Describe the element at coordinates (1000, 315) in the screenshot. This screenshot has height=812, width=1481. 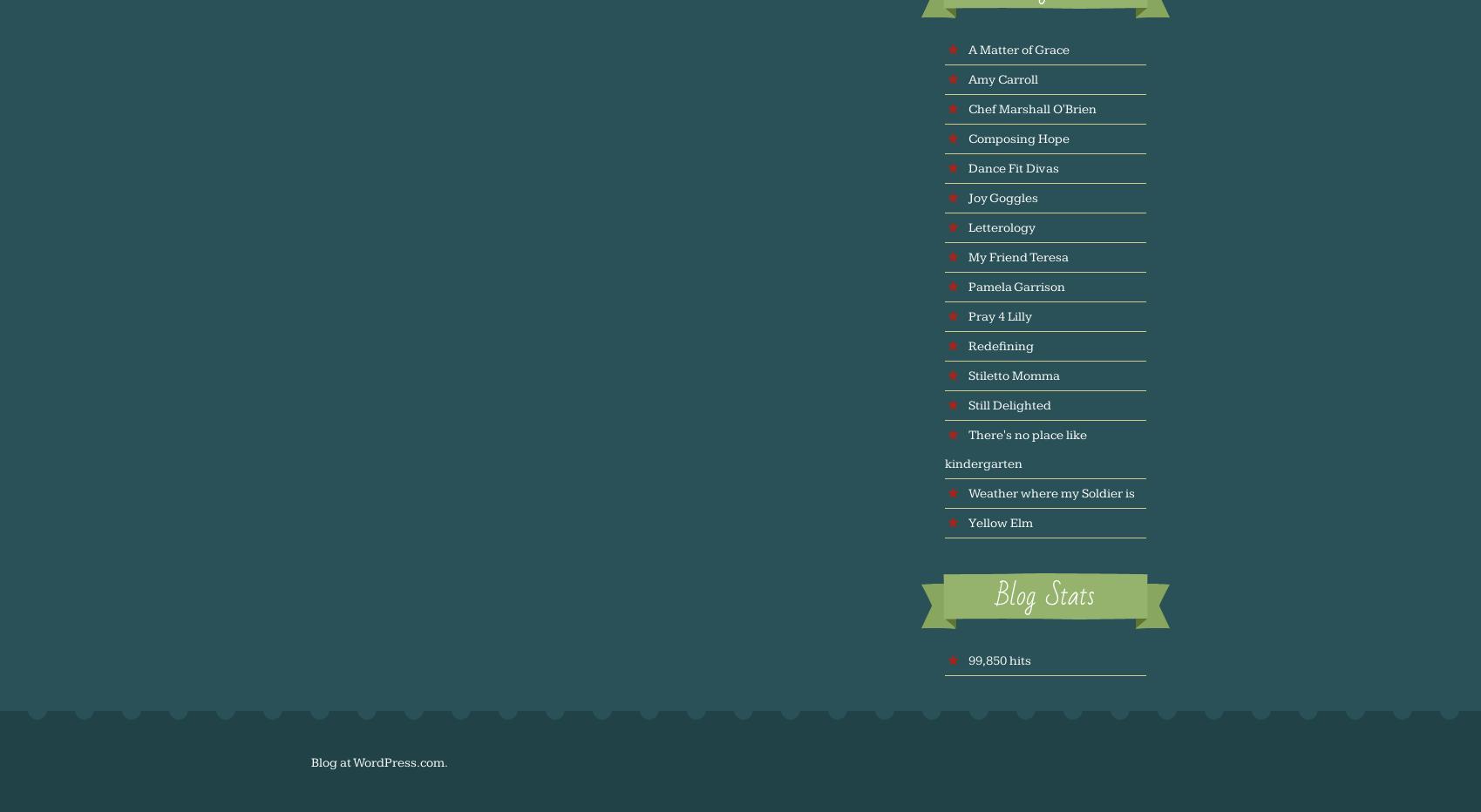
I see `'Pray 4 Lilly'` at that location.